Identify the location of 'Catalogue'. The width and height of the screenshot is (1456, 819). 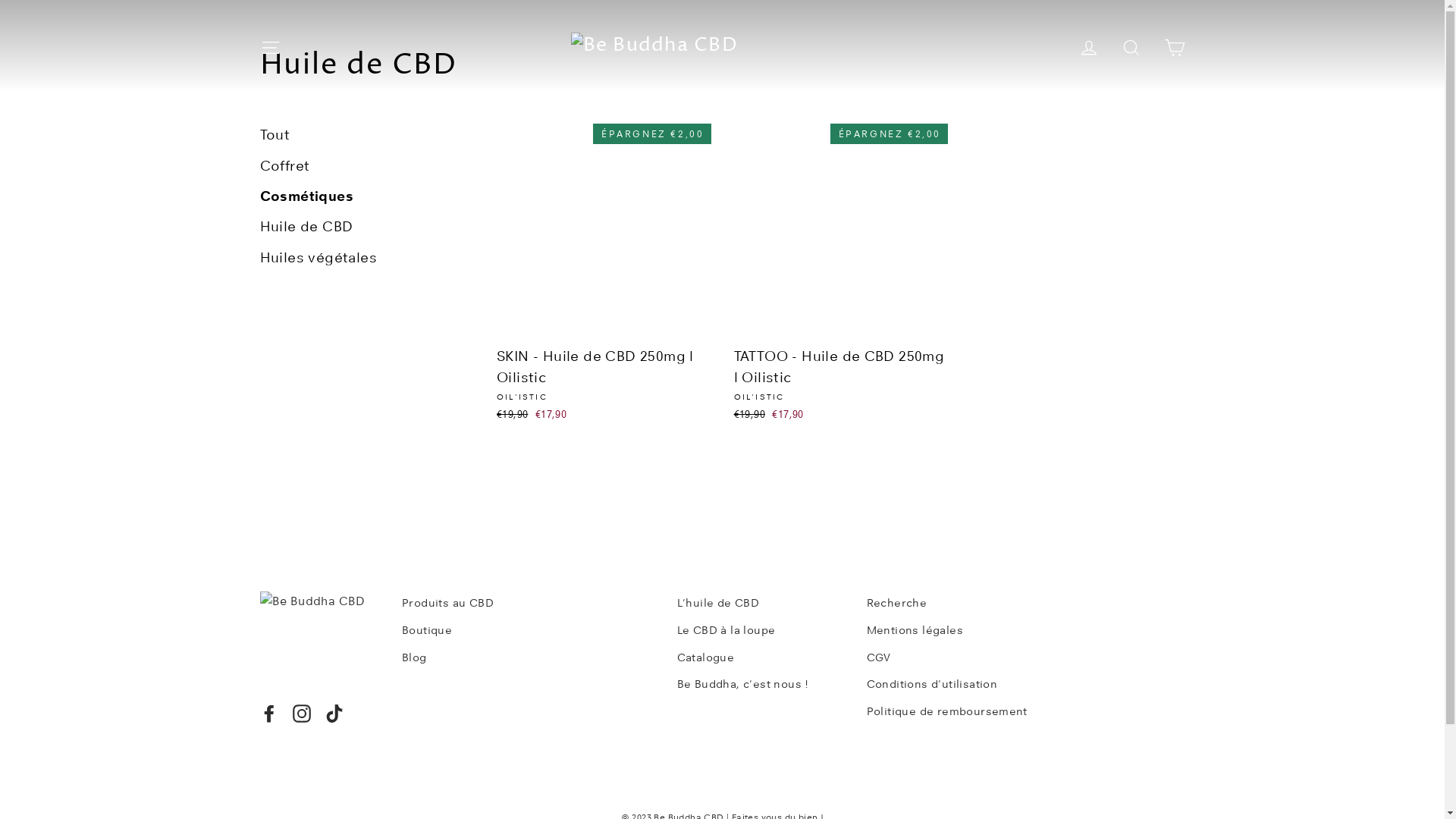
(760, 657).